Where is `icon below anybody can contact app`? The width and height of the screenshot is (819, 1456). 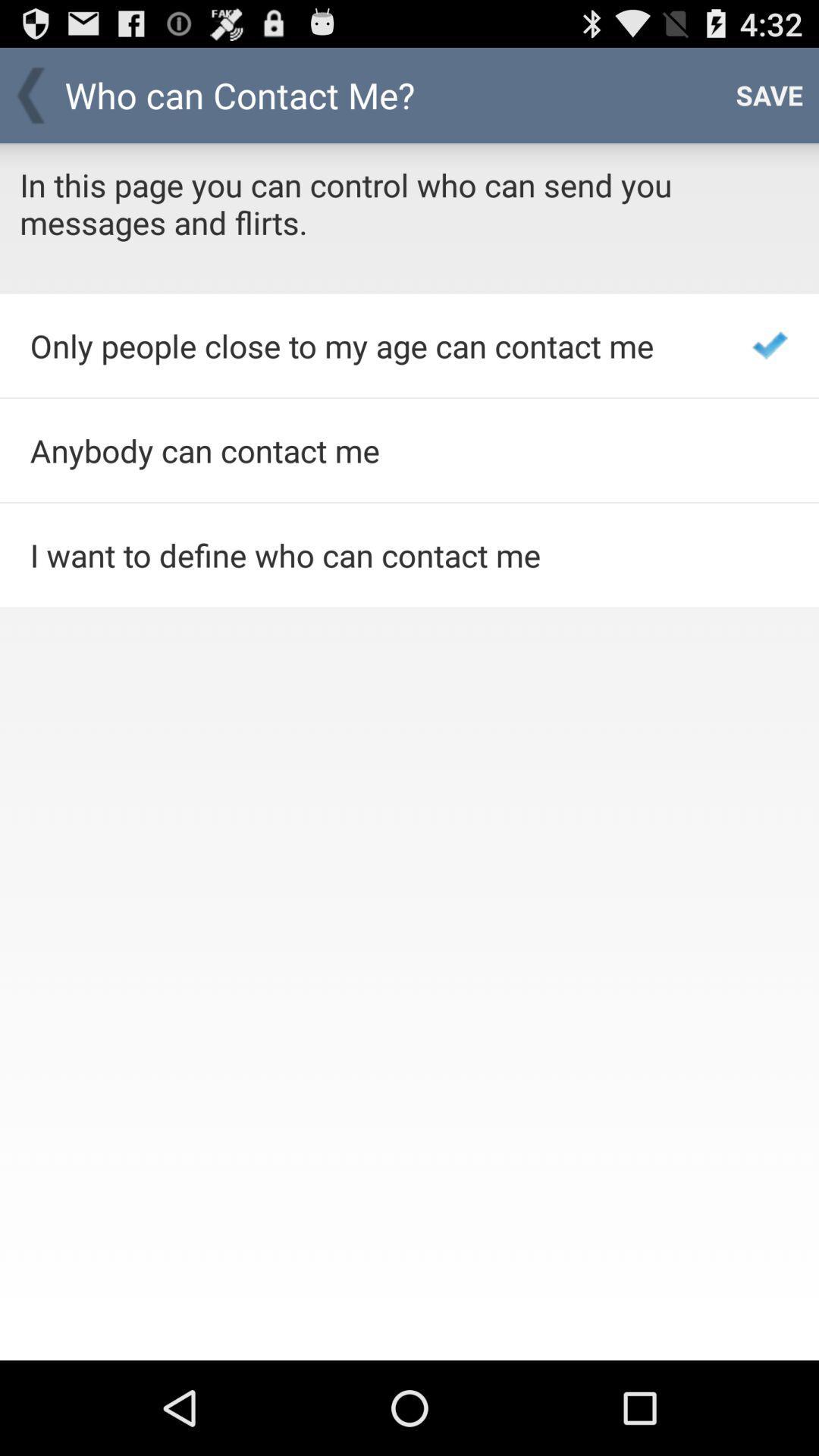 icon below anybody can contact app is located at coordinates (371, 554).